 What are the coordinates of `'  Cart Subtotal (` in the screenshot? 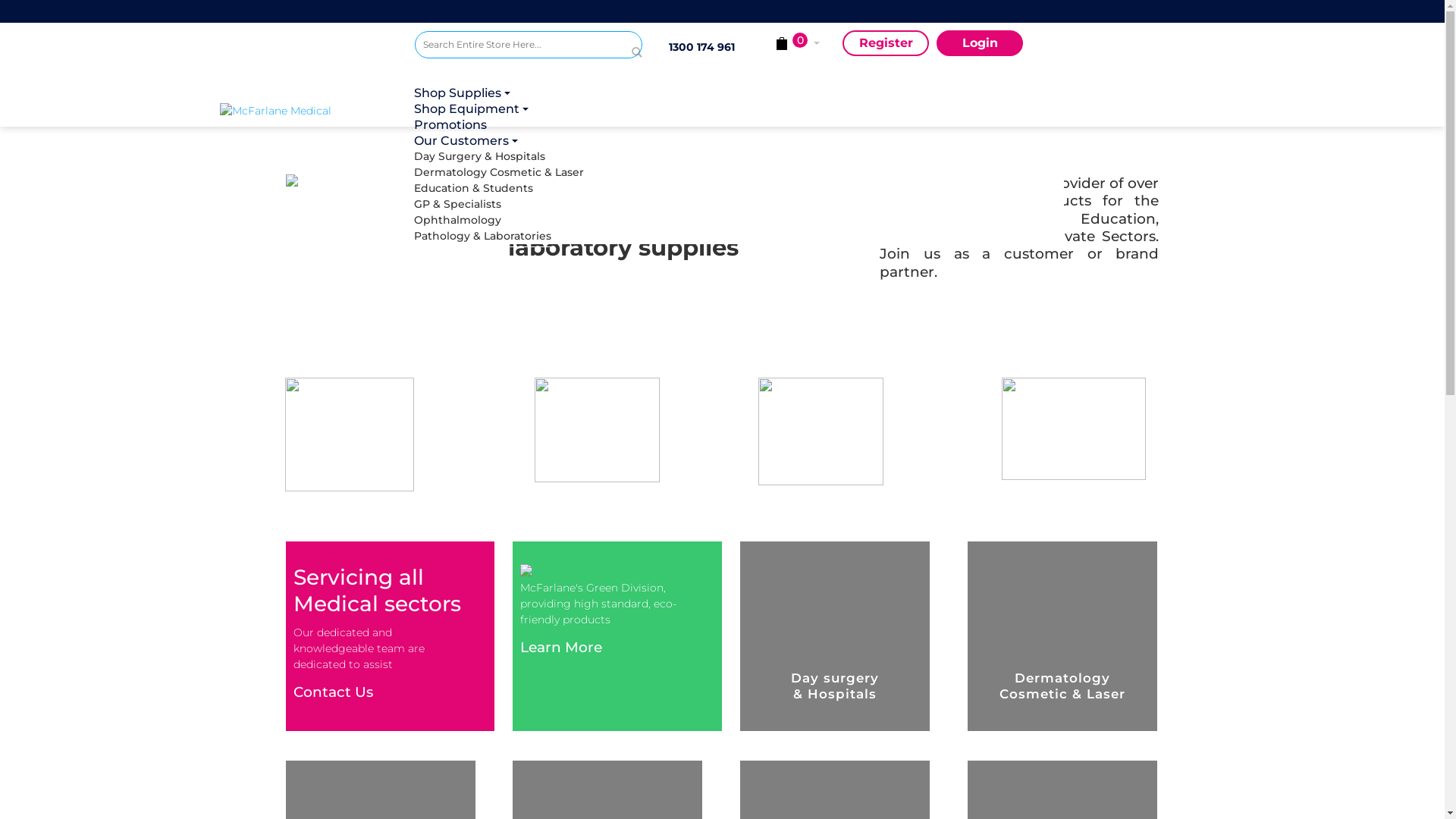 It's located at (790, 42).